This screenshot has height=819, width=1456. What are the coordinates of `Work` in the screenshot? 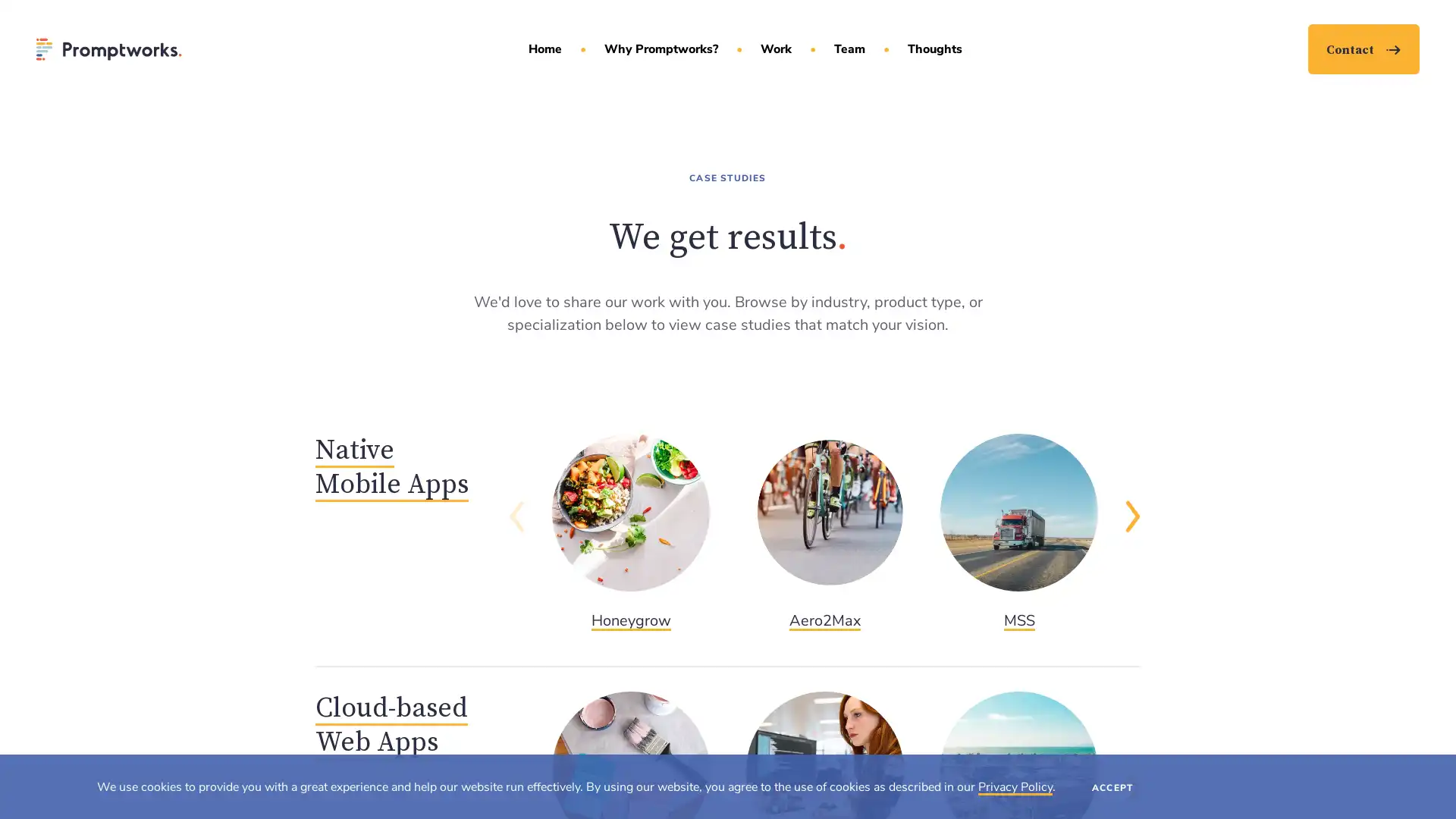 It's located at (775, 49).